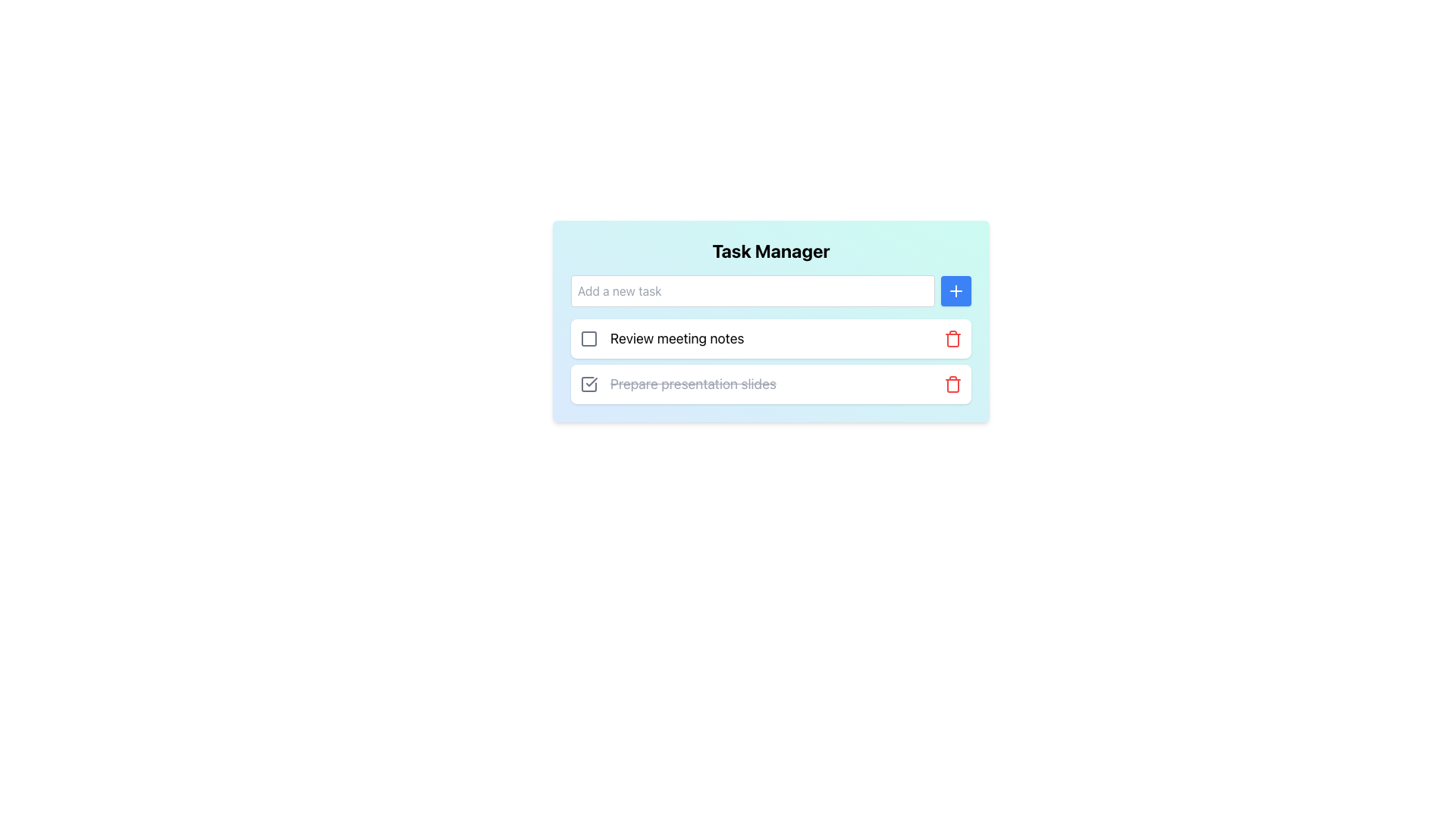 The width and height of the screenshot is (1456, 819). Describe the element at coordinates (771, 338) in the screenshot. I see `the checkbox of the first task item labeled 'Review meeting notes' in the Task Manager to mark the task as completed` at that location.